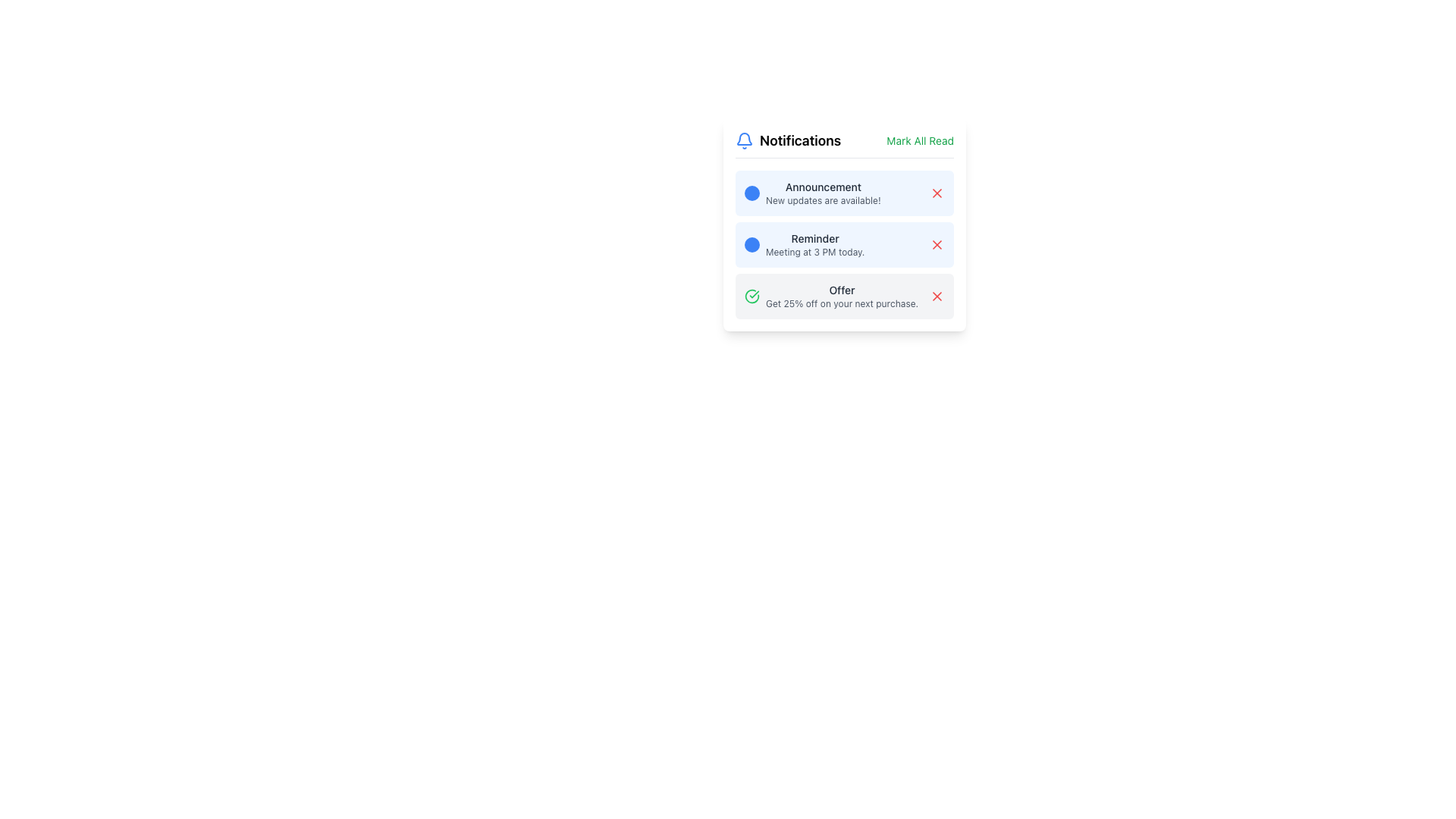 This screenshot has height=819, width=1456. I want to click on the close button located at the top right corner of the 'Reminder' notification card to observe the color transition effect, so click(937, 244).